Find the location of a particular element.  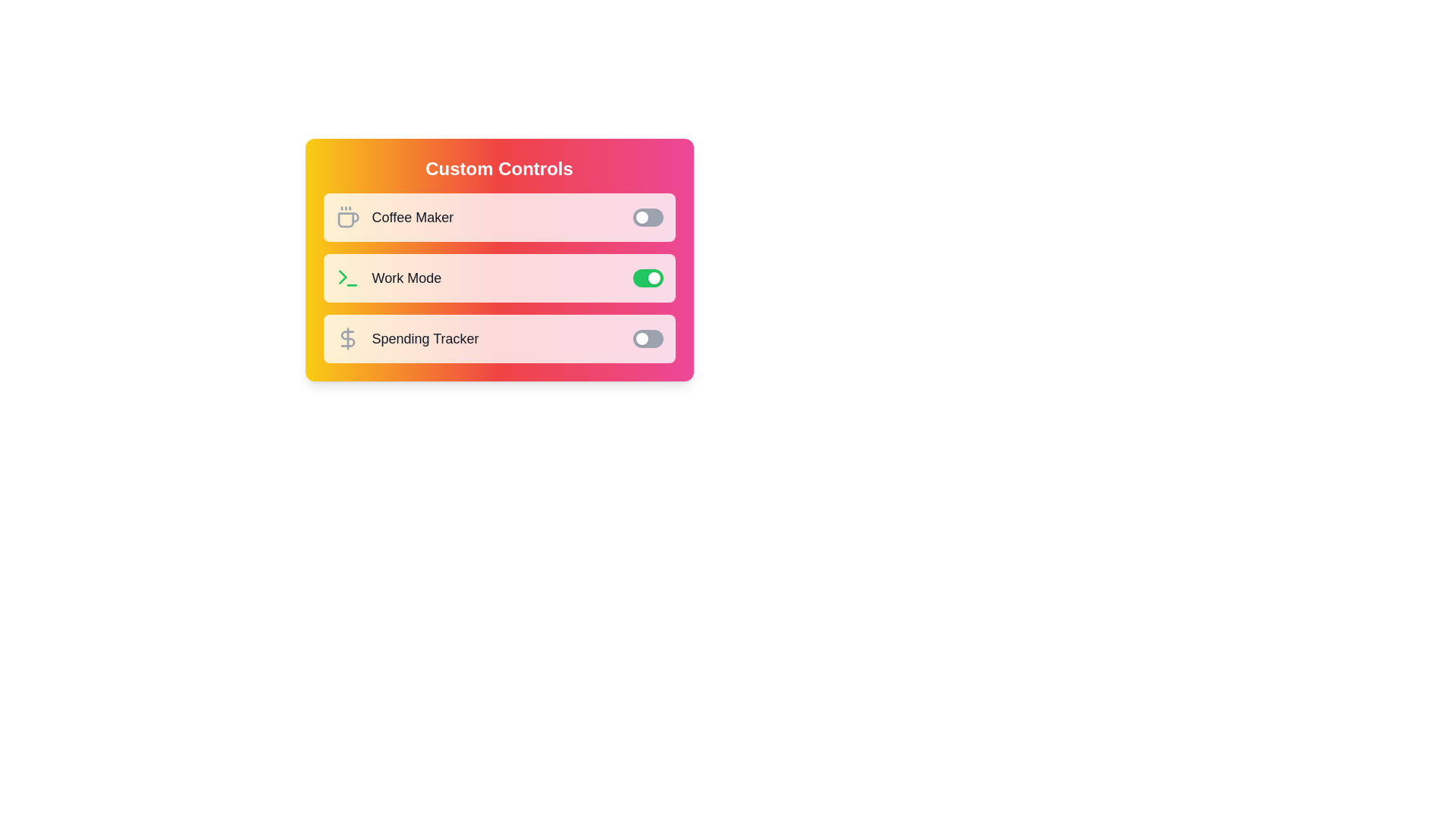

the Work Mode Icon to reveal additional information is located at coordinates (347, 278).